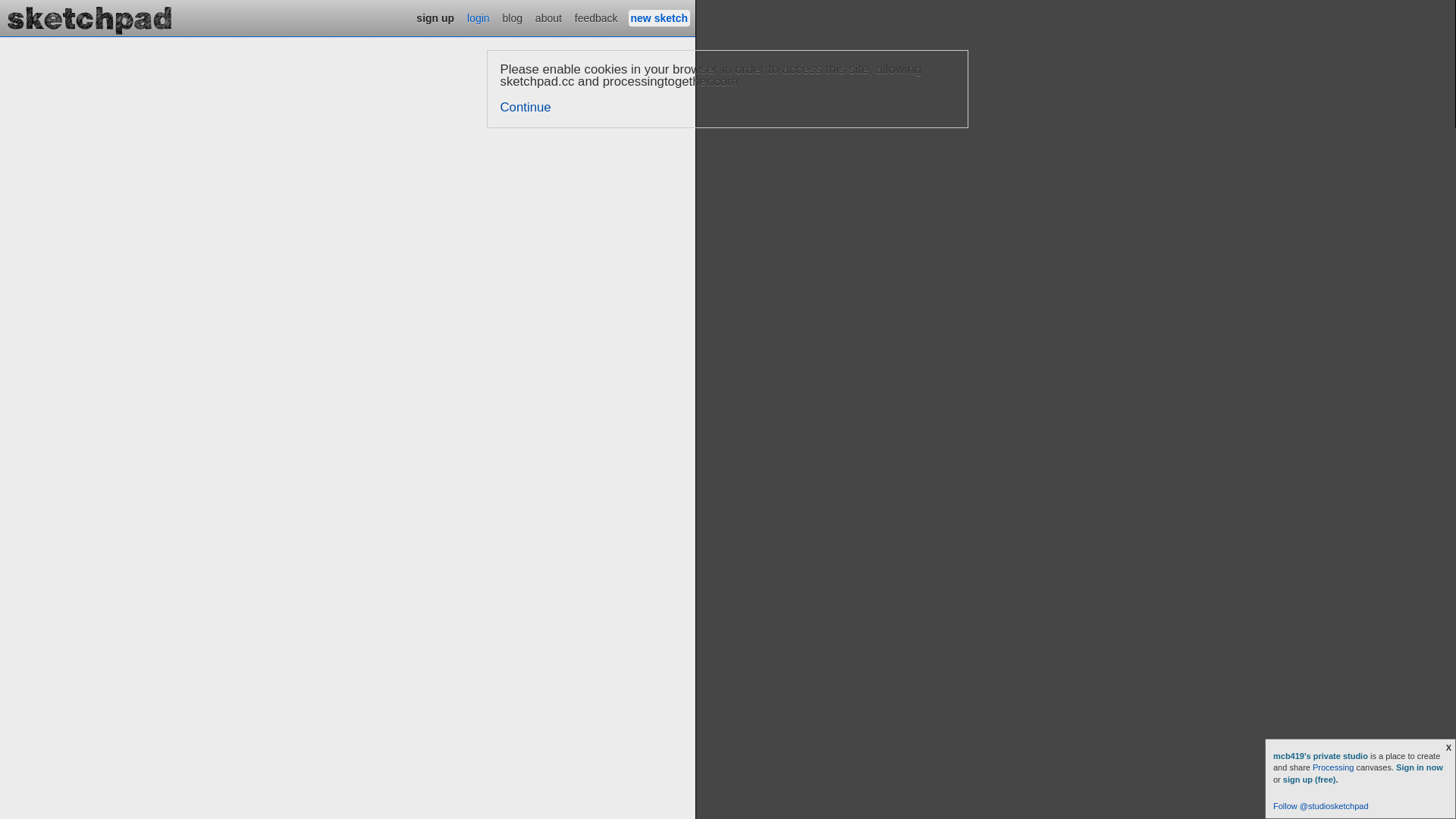 This screenshot has width=1456, height=819. What do you see at coordinates (526, 106) in the screenshot?
I see `'Continue'` at bounding box center [526, 106].